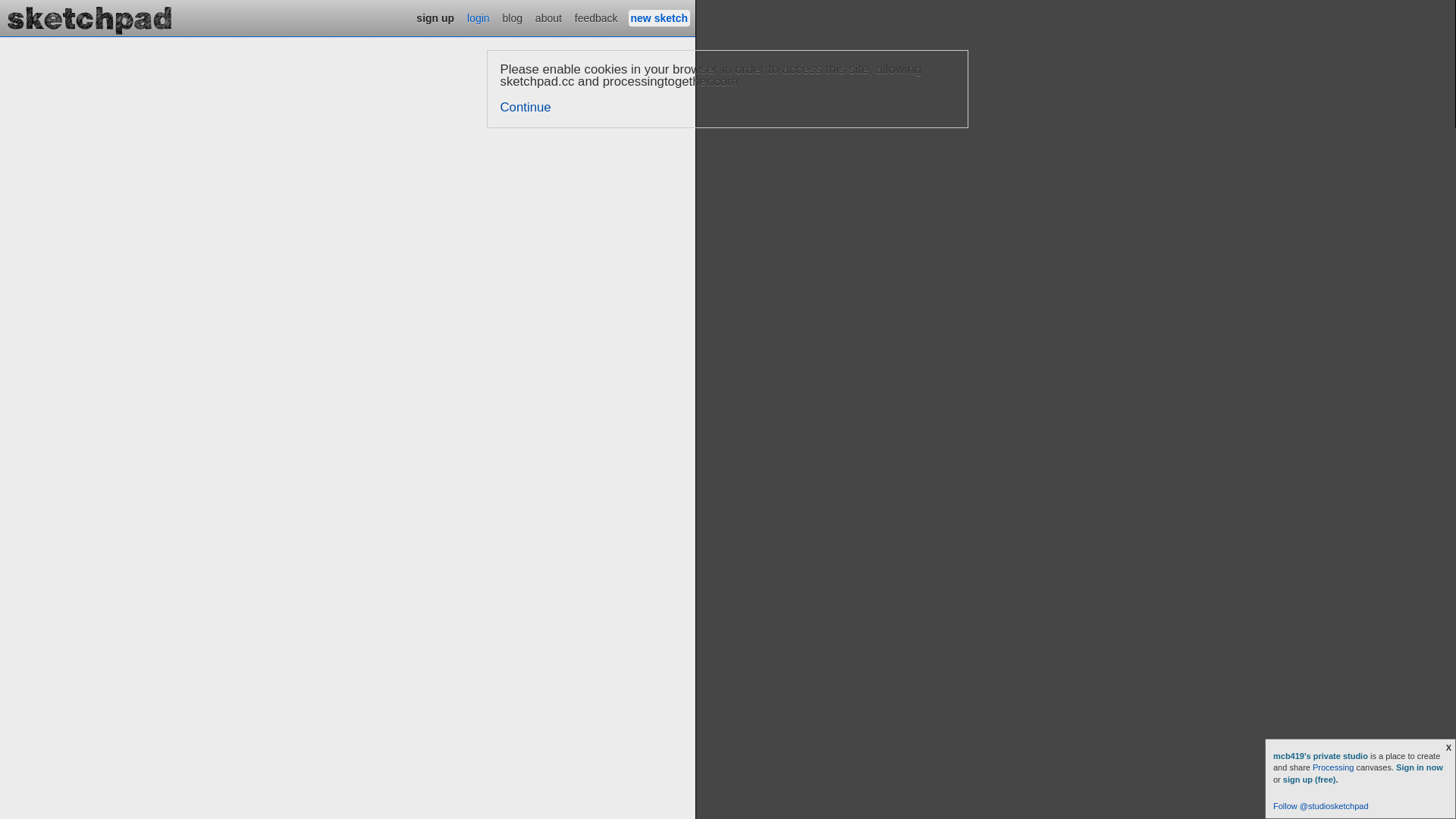 This screenshot has width=1456, height=819. What do you see at coordinates (526, 106) in the screenshot?
I see `'Continue'` at bounding box center [526, 106].